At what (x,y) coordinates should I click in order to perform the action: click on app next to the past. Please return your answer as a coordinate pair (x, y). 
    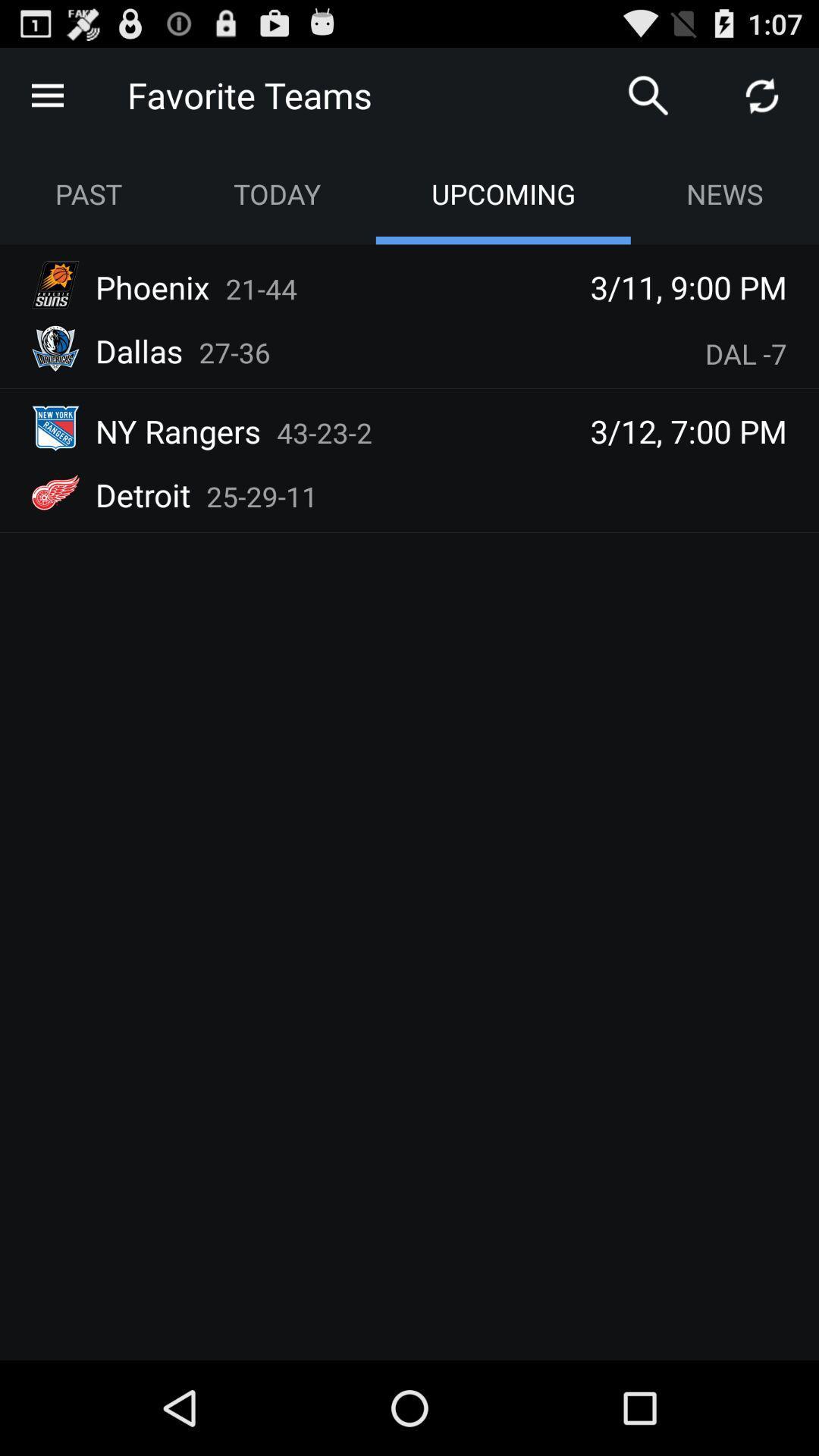
    Looking at the image, I should click on (277, 193).